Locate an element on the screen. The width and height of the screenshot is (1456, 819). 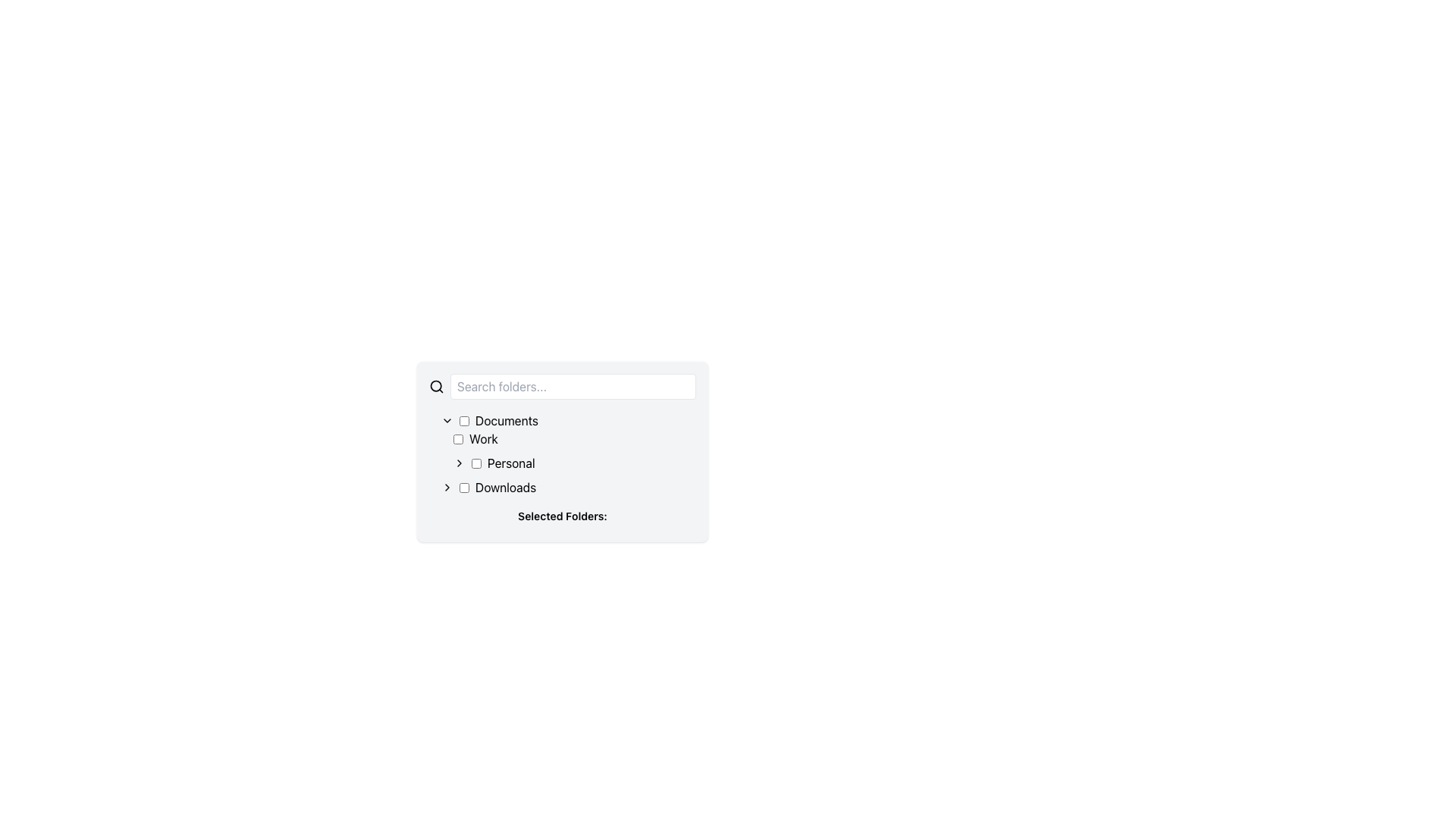
the checkbox for the 'Work' folder, which is the first item in a horizontal group within the file-selection structure located in the lower-right area of the interface, to trigger hover effects is located at coordinates (457, 438).